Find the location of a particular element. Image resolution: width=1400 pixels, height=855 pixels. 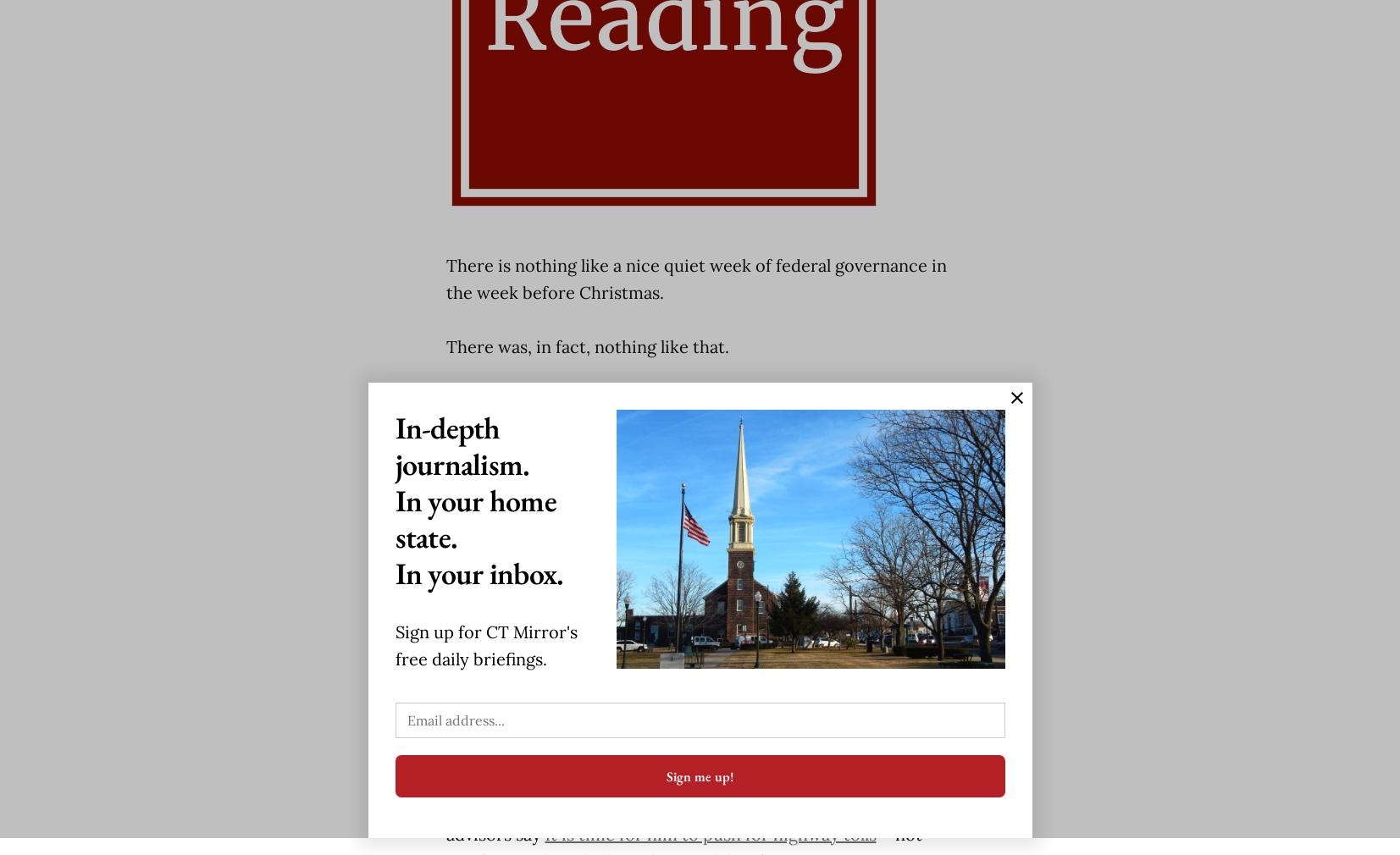

'In your inbox.' is located at coordinates (478, 572).